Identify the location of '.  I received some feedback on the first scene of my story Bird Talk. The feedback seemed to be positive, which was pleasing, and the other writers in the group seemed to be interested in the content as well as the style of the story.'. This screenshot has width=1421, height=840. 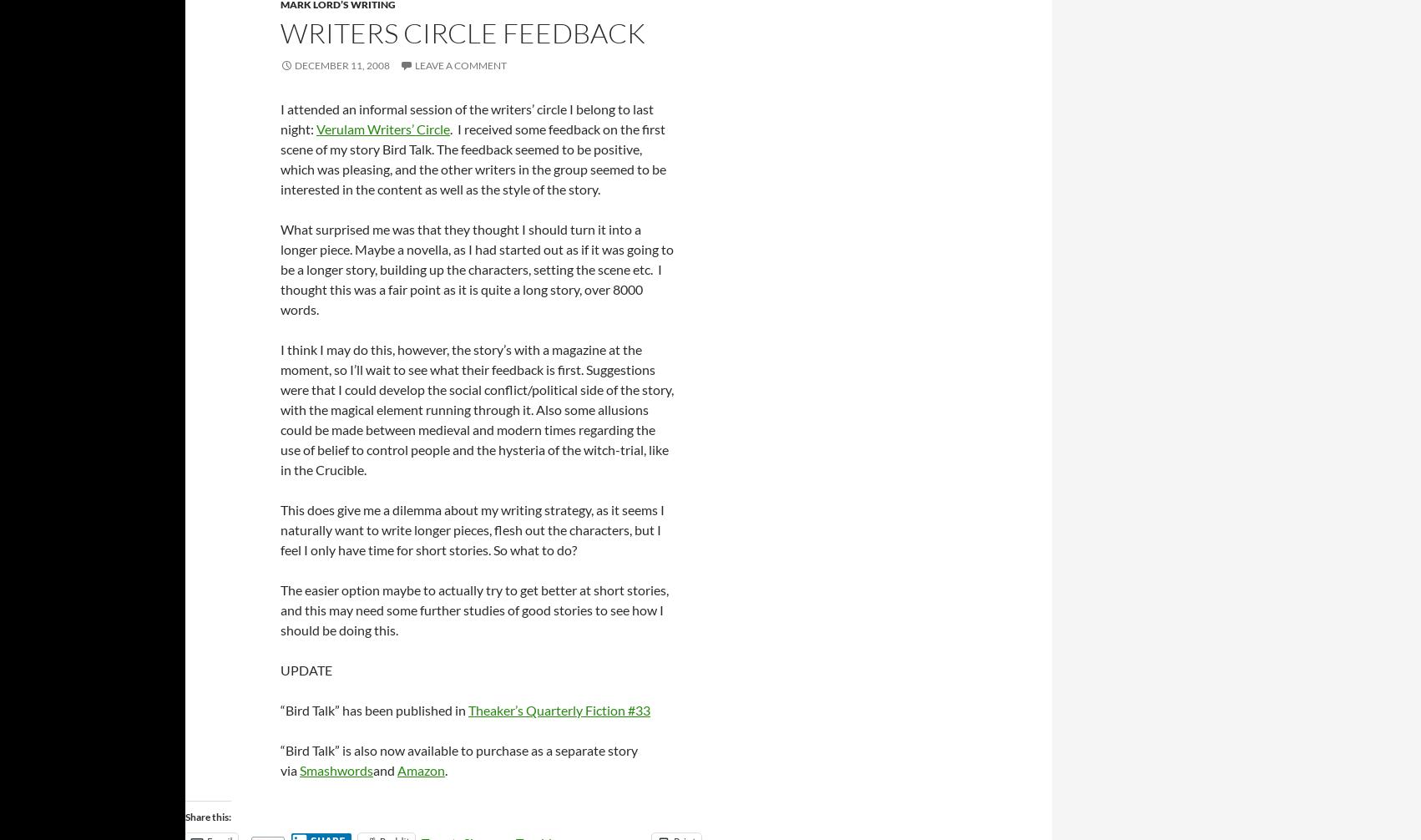
(280, 158).